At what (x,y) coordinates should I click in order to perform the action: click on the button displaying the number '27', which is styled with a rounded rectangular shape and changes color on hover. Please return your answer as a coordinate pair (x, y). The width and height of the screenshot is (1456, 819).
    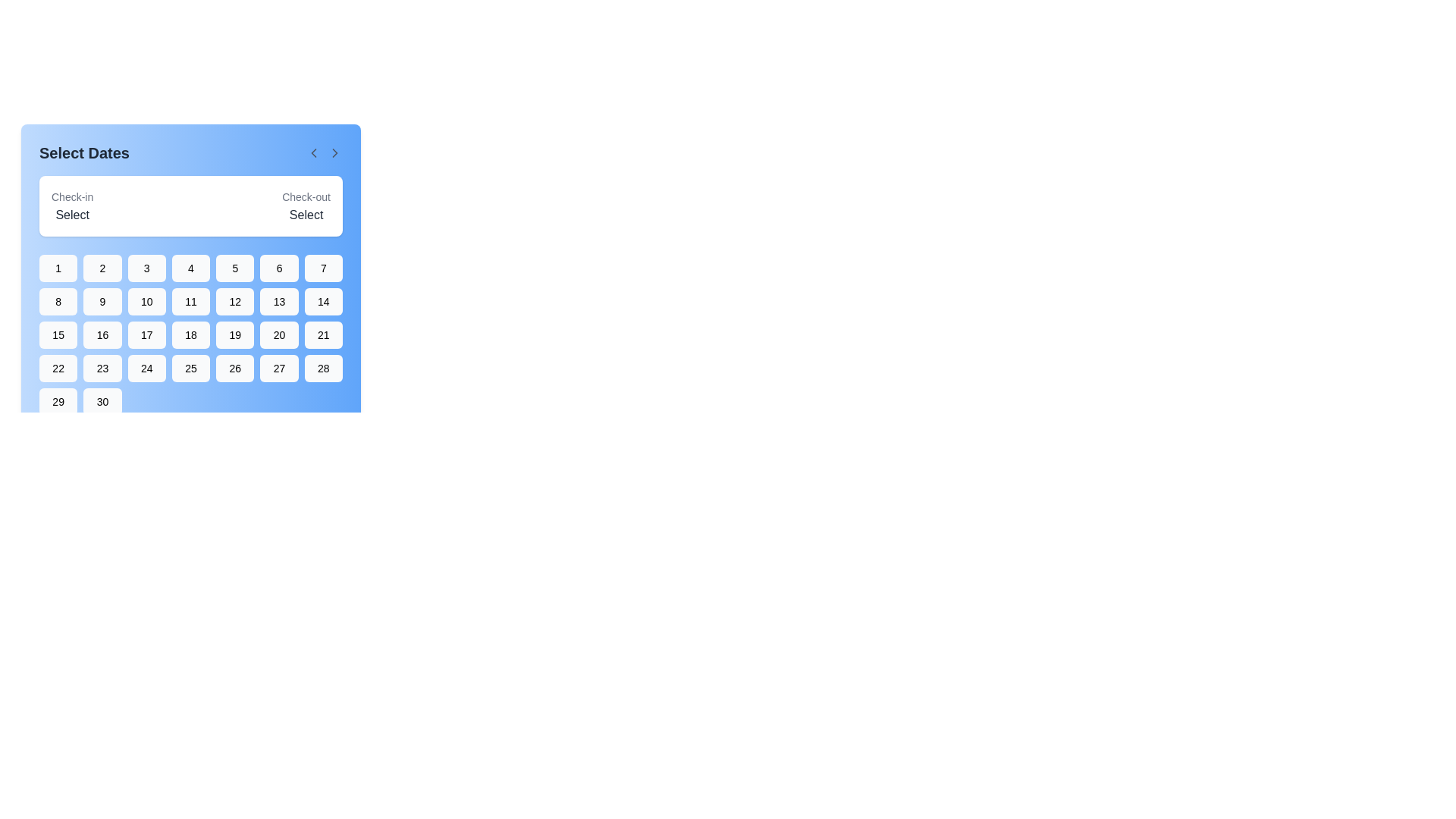
    Looking at the image, I should click on (279, 369).